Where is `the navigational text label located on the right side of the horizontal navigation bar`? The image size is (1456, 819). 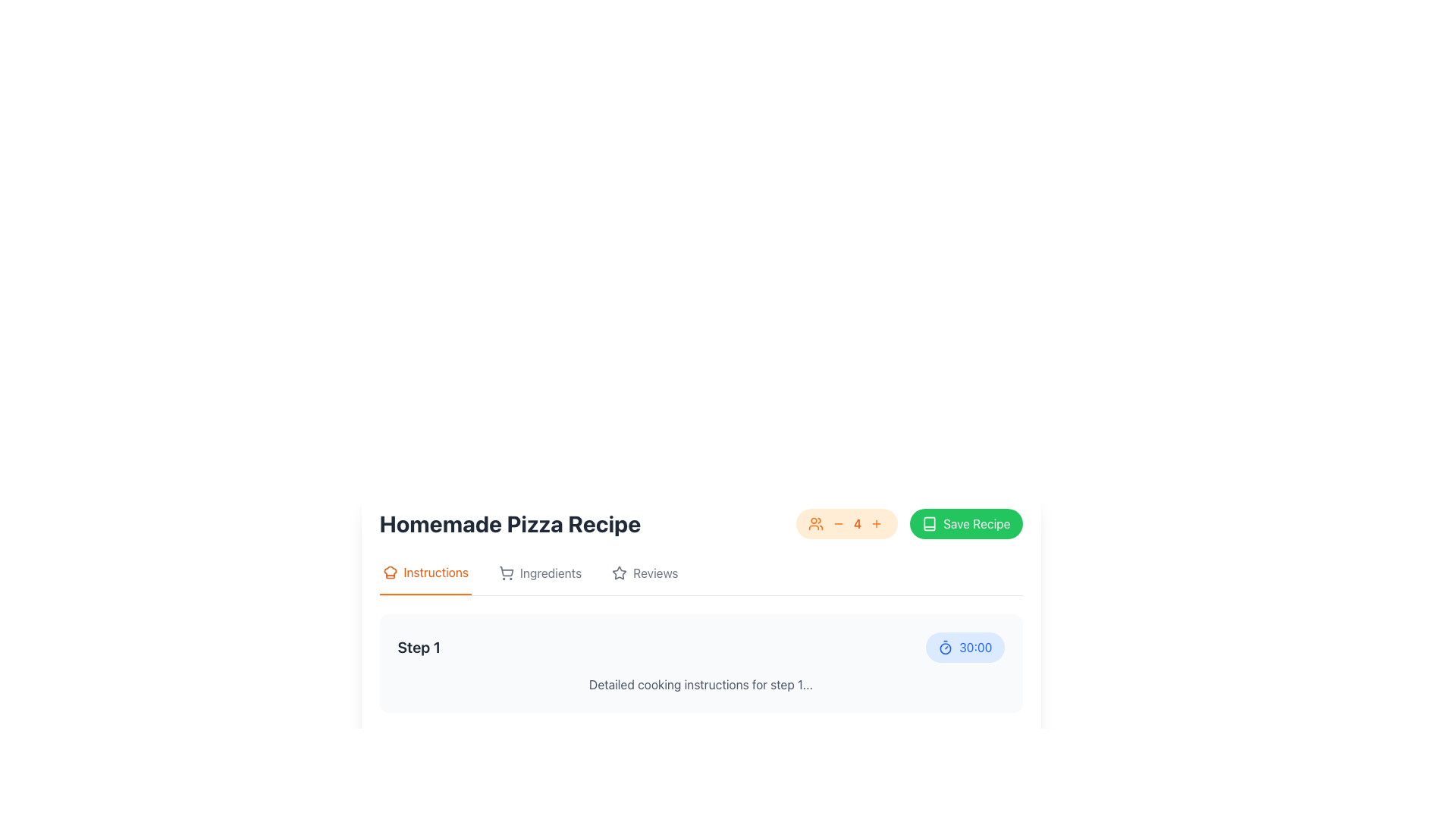
the navigational text label located on the right side of the horizontal navigation bar is located at coordinates (655, 573).